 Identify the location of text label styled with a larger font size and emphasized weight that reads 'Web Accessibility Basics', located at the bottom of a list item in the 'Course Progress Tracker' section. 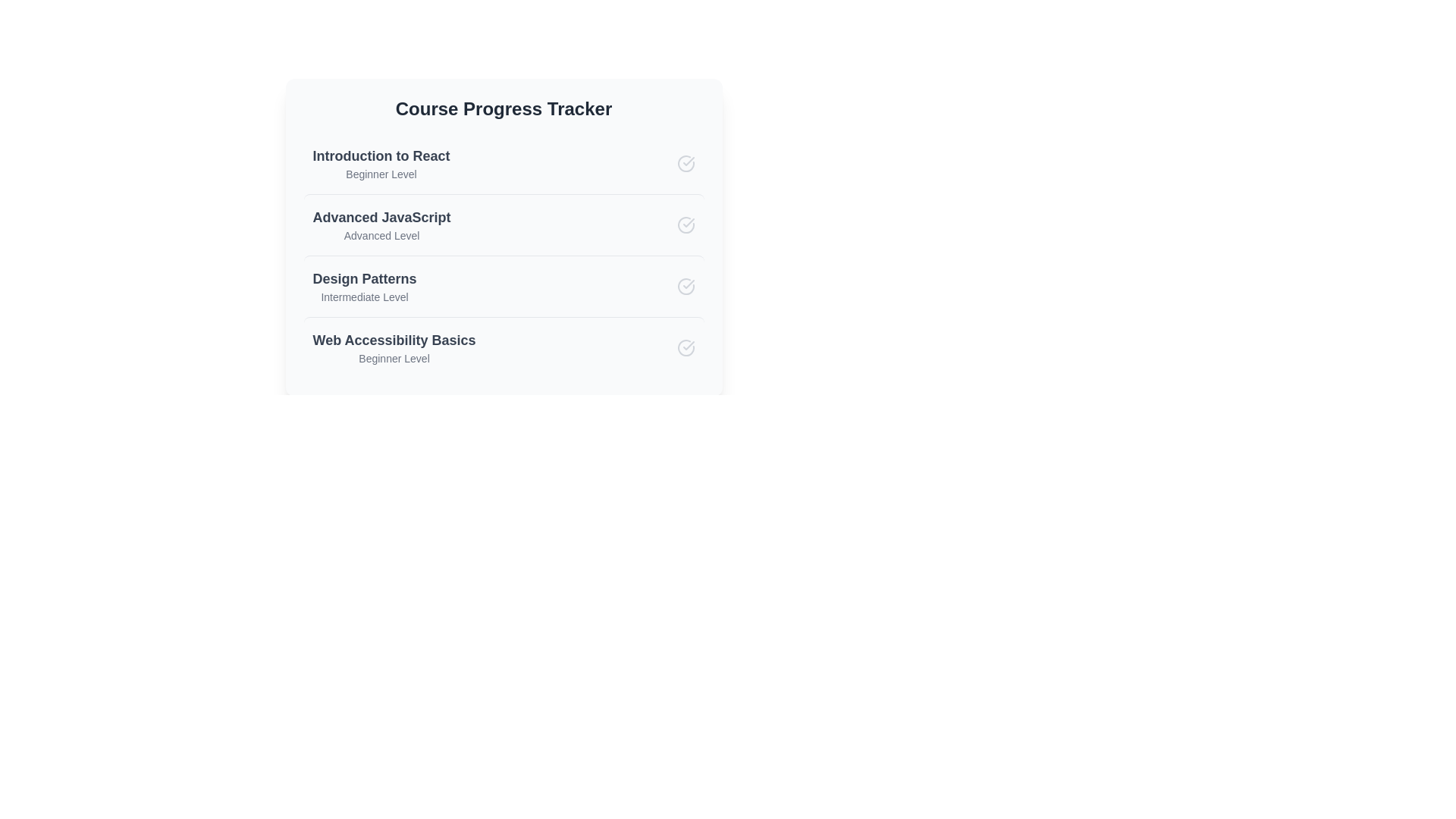
(394, 339).